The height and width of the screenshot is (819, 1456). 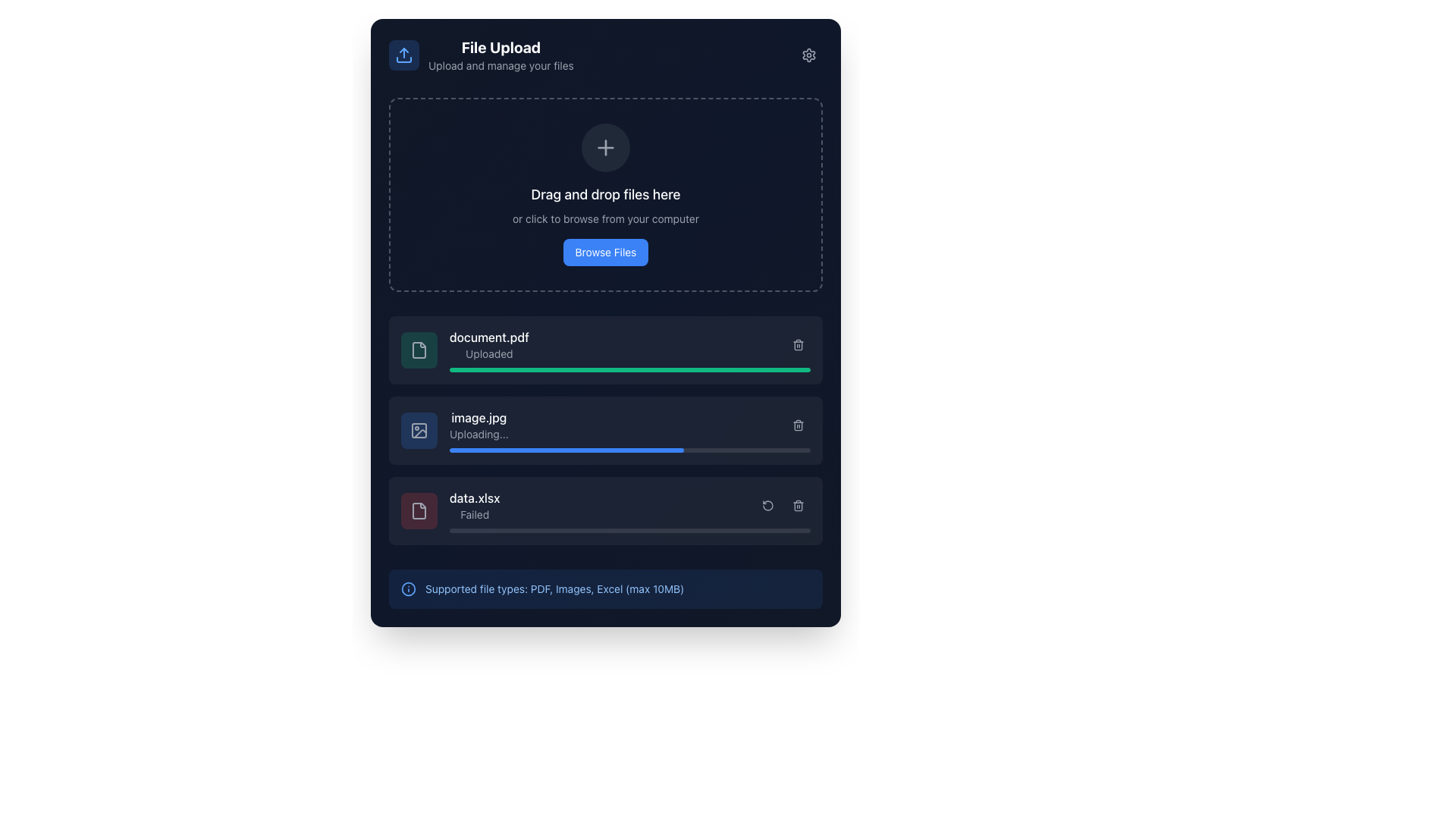 What do you see at coordinates (808, 55) in the screenshot?
I see `the settings icon styled as a gear, located in the top-right corner of the interface` at bounding box center [808, 55].